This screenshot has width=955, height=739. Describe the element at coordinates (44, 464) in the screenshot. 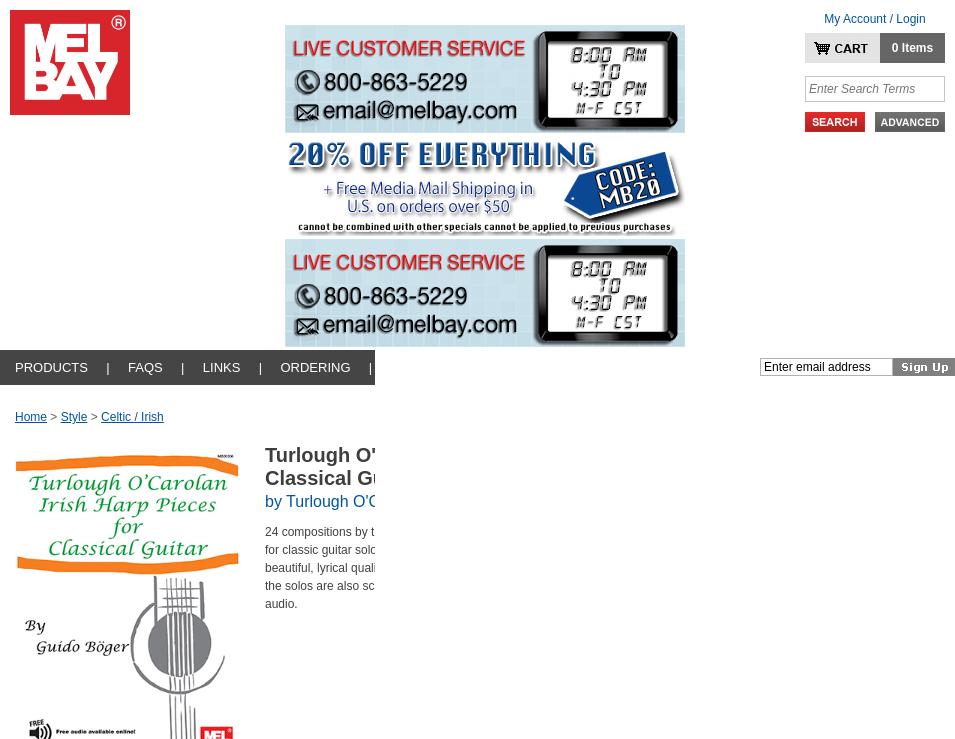

I see `'Mel Bay Licensing'` at that location.